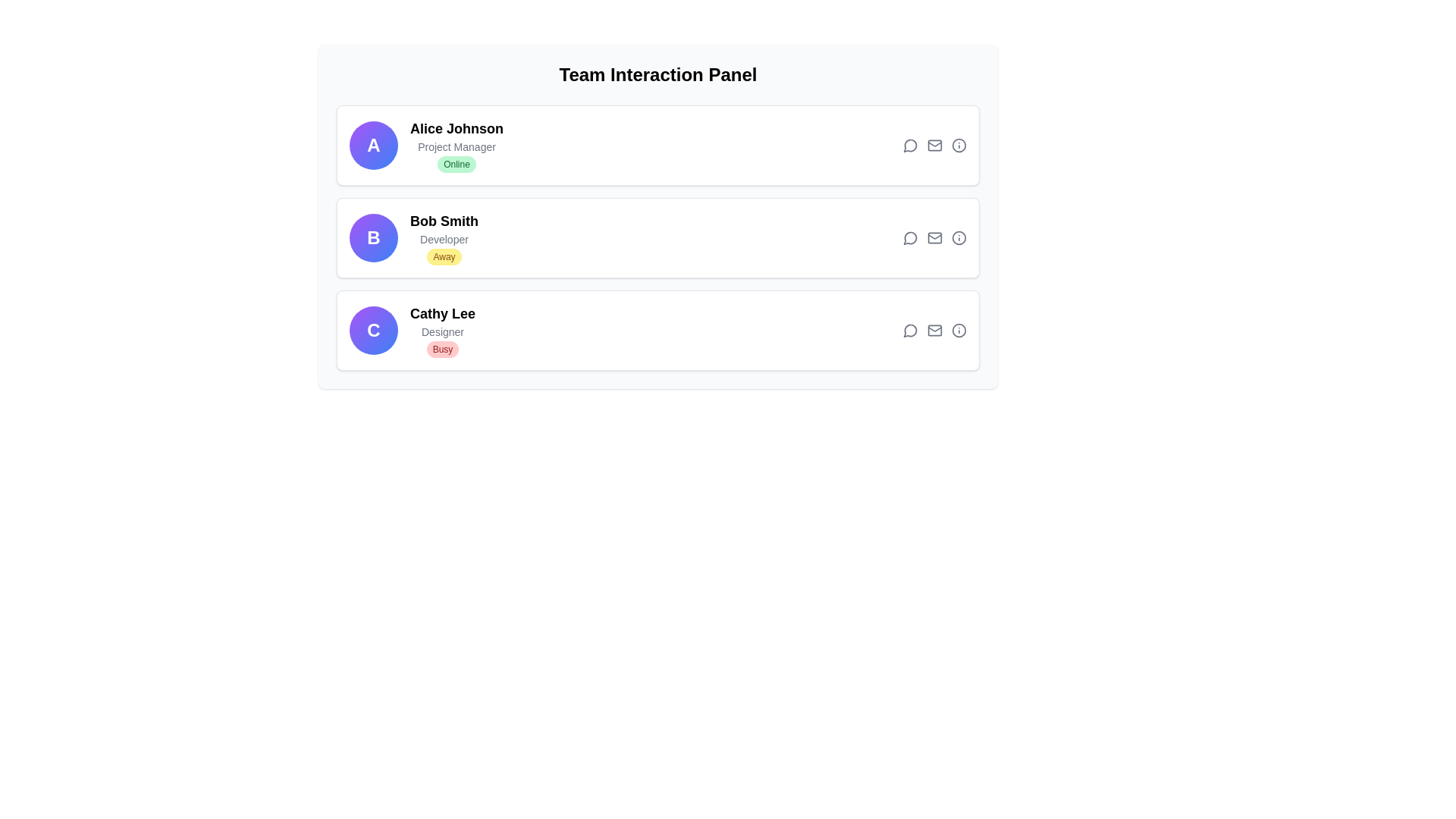 The width and height of the screenshot is (1456, 819). Describe the element at coordinates (658, 216) in the screenshot. I see `the second section of the team interaction panel, which displays details for 'Bob Smith - Developer - Away'` at that location.